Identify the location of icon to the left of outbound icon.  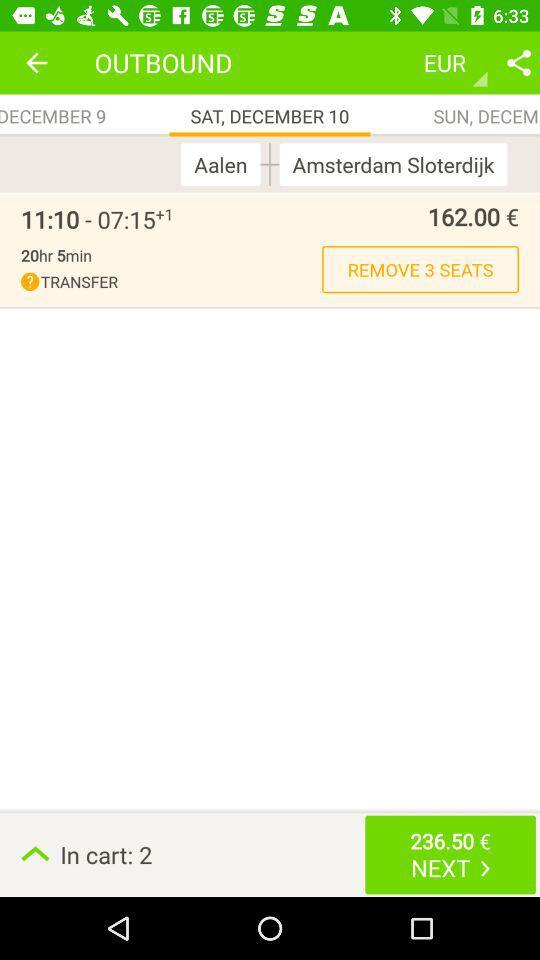
(36, 62).